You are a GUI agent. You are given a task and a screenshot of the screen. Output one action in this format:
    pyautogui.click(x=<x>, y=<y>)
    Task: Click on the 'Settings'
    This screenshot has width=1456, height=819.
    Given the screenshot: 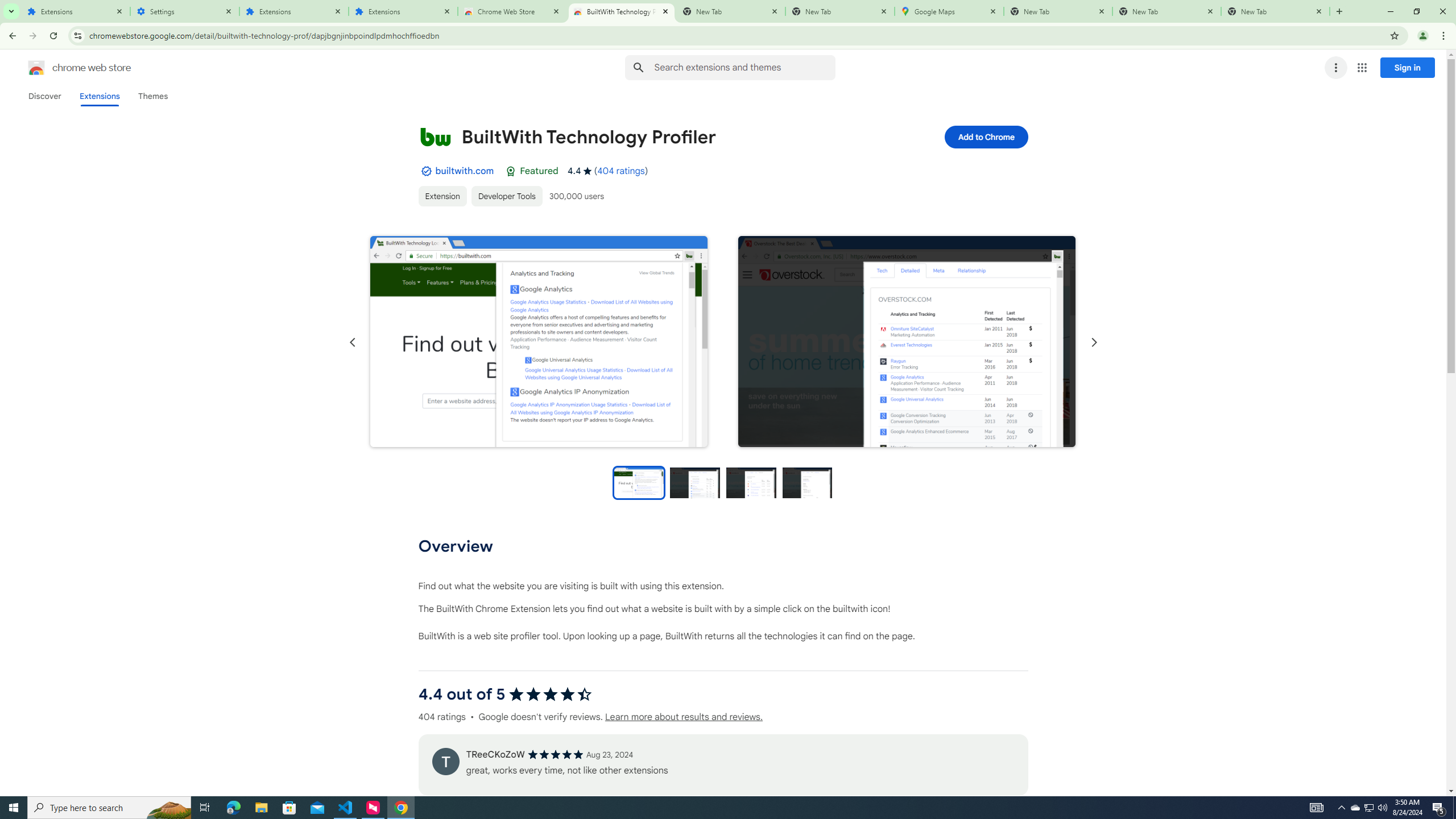 What is the action you would take?
    pyautogui.click(x=185, y=11)
    